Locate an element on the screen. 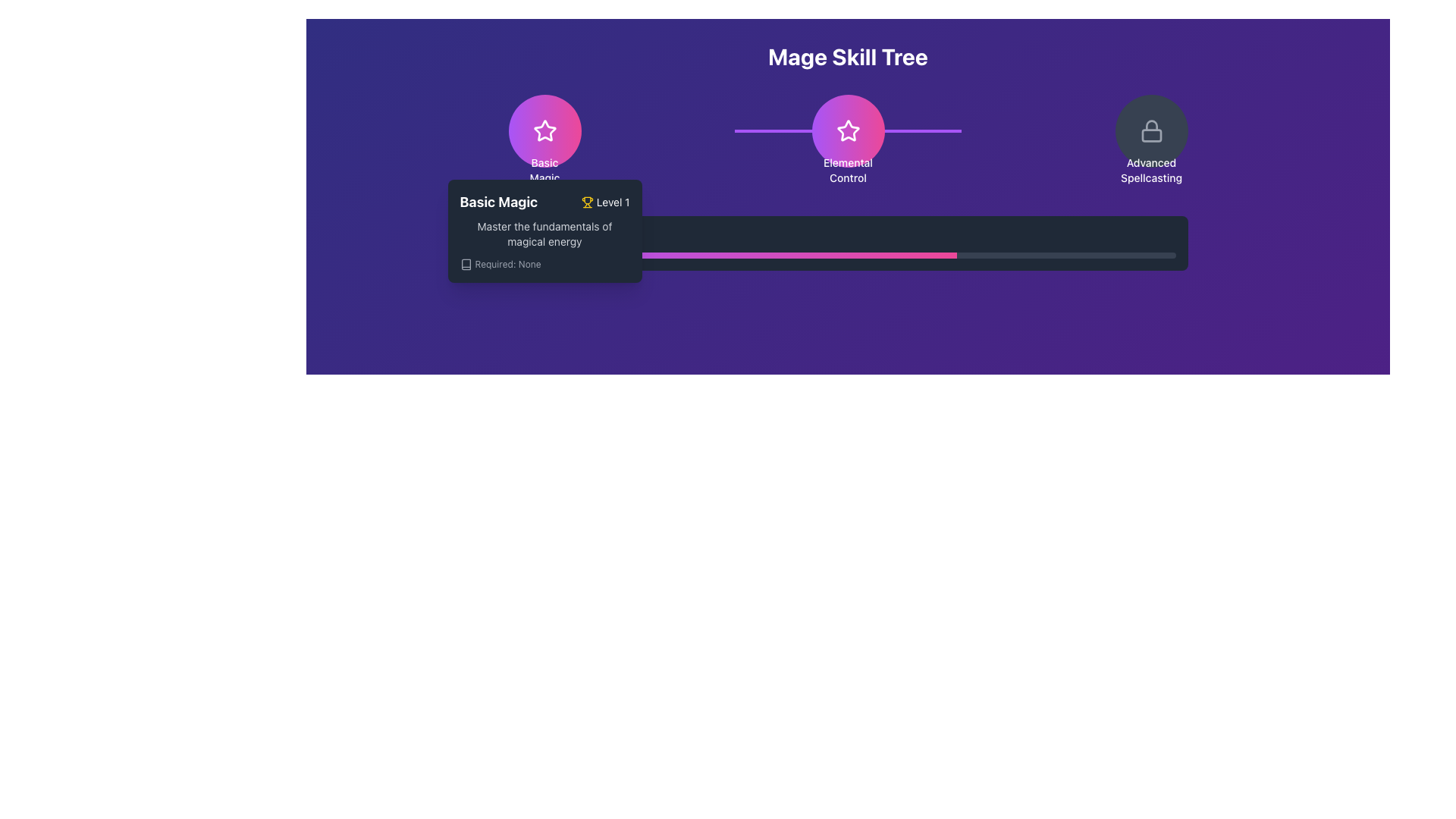 The height and width of the screenshot is (819, 1456). the text label that reads 'Elemental Control', which is positioned centrally below a circular button on the skill tree interface is located at coordinates (847, 170).